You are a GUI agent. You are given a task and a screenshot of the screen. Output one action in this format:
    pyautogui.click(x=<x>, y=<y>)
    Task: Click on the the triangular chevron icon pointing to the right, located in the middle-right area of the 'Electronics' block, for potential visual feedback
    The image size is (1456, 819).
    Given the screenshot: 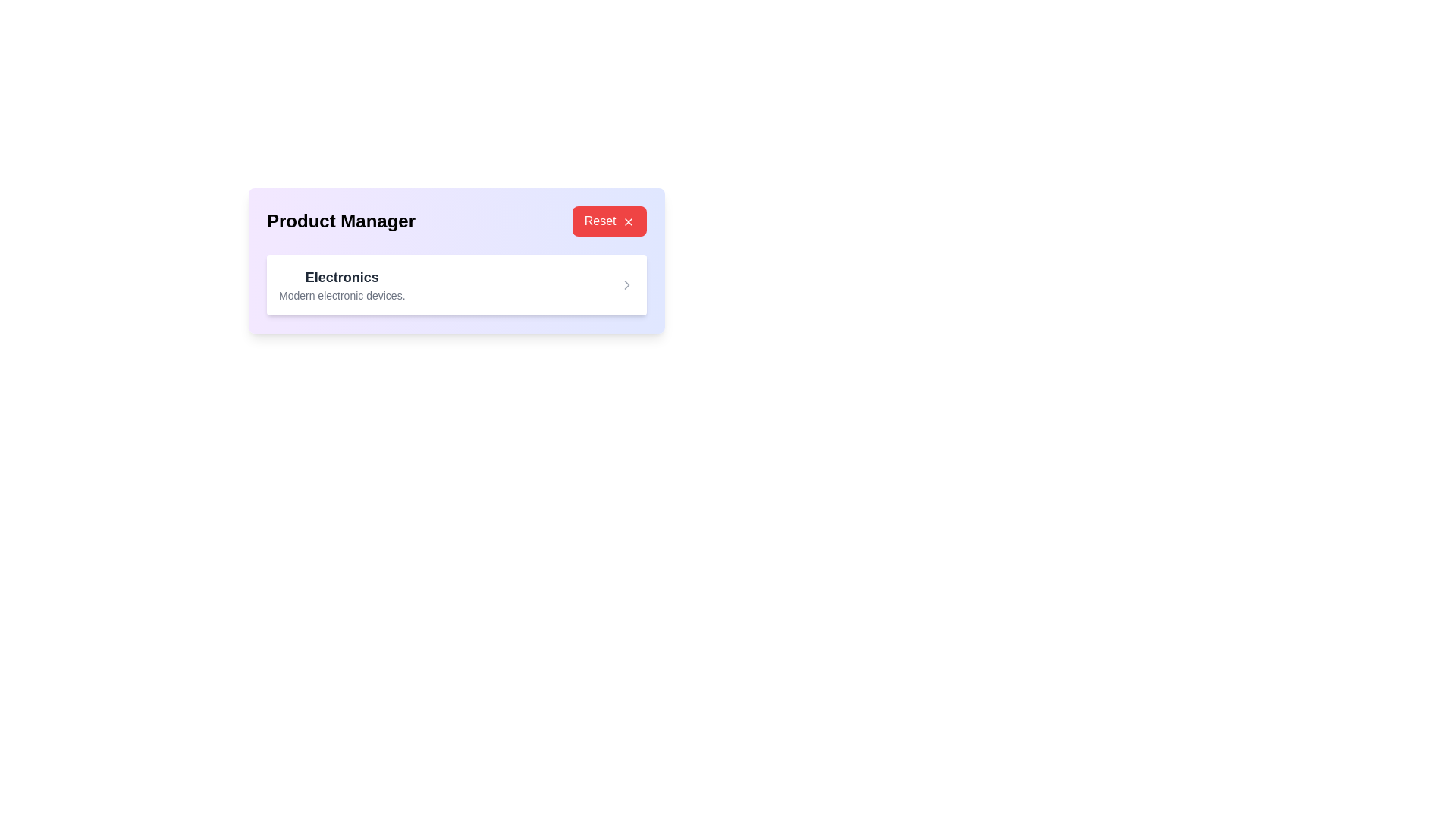 What is the action you would take?
    pyautogui.click(x=626, y=284)
    